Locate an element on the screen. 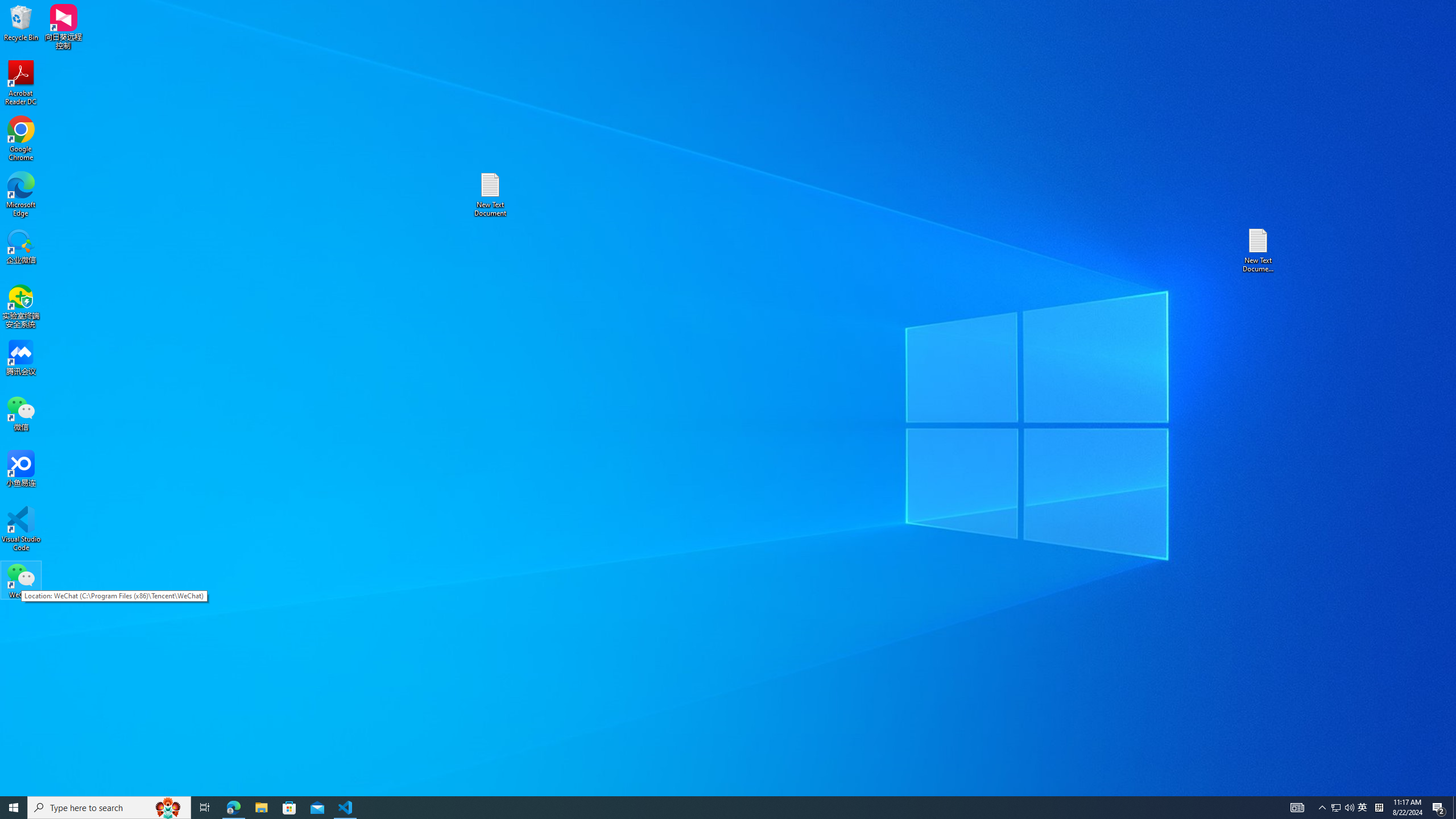 This screenshot has width=1456, height=819. 'WeChat' is located at coordinates (20, 580).